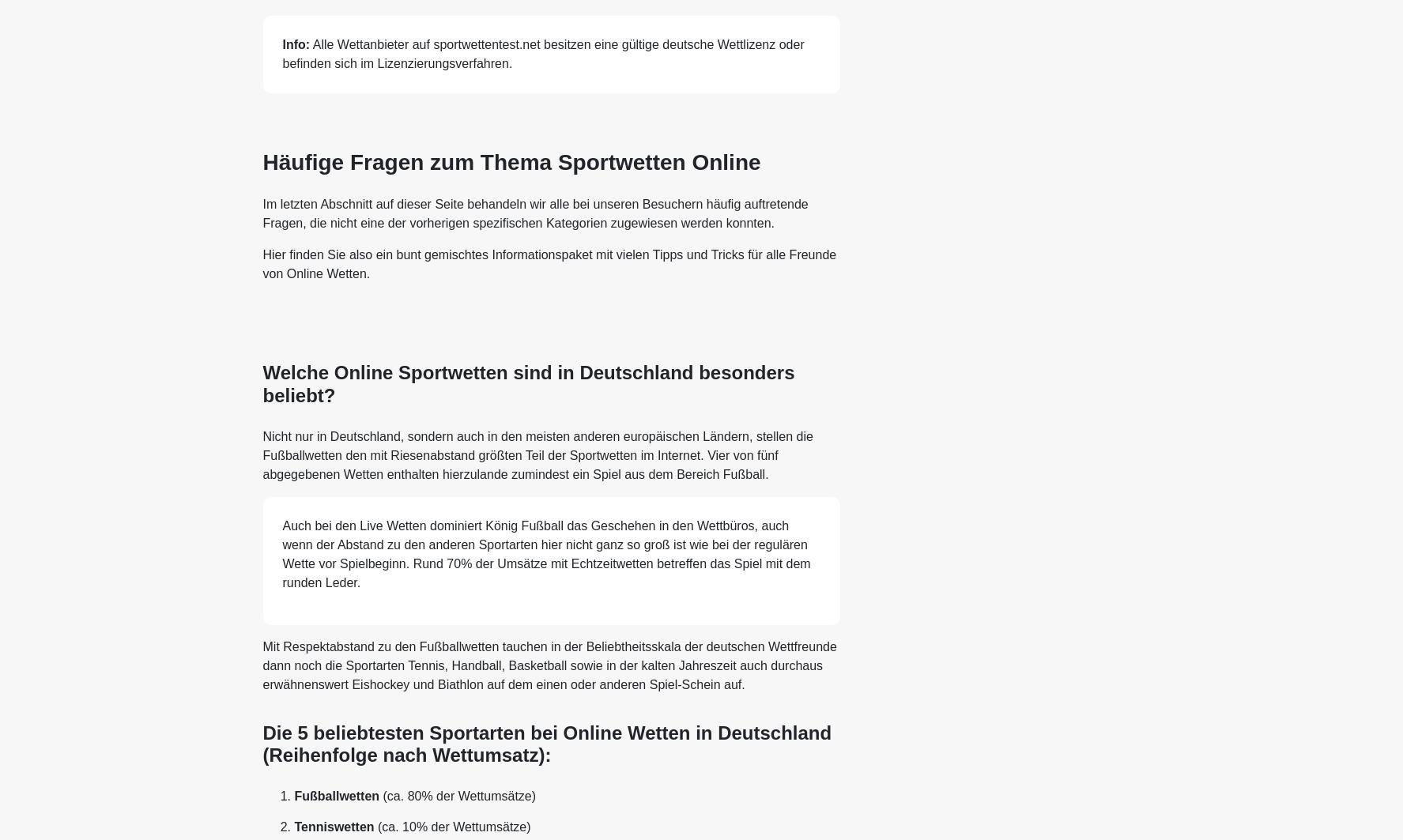  Describe the element at coordinates (458, 795) in the screenshot. I see `'(ca. 80% der Wettumsätze)'` at that location.